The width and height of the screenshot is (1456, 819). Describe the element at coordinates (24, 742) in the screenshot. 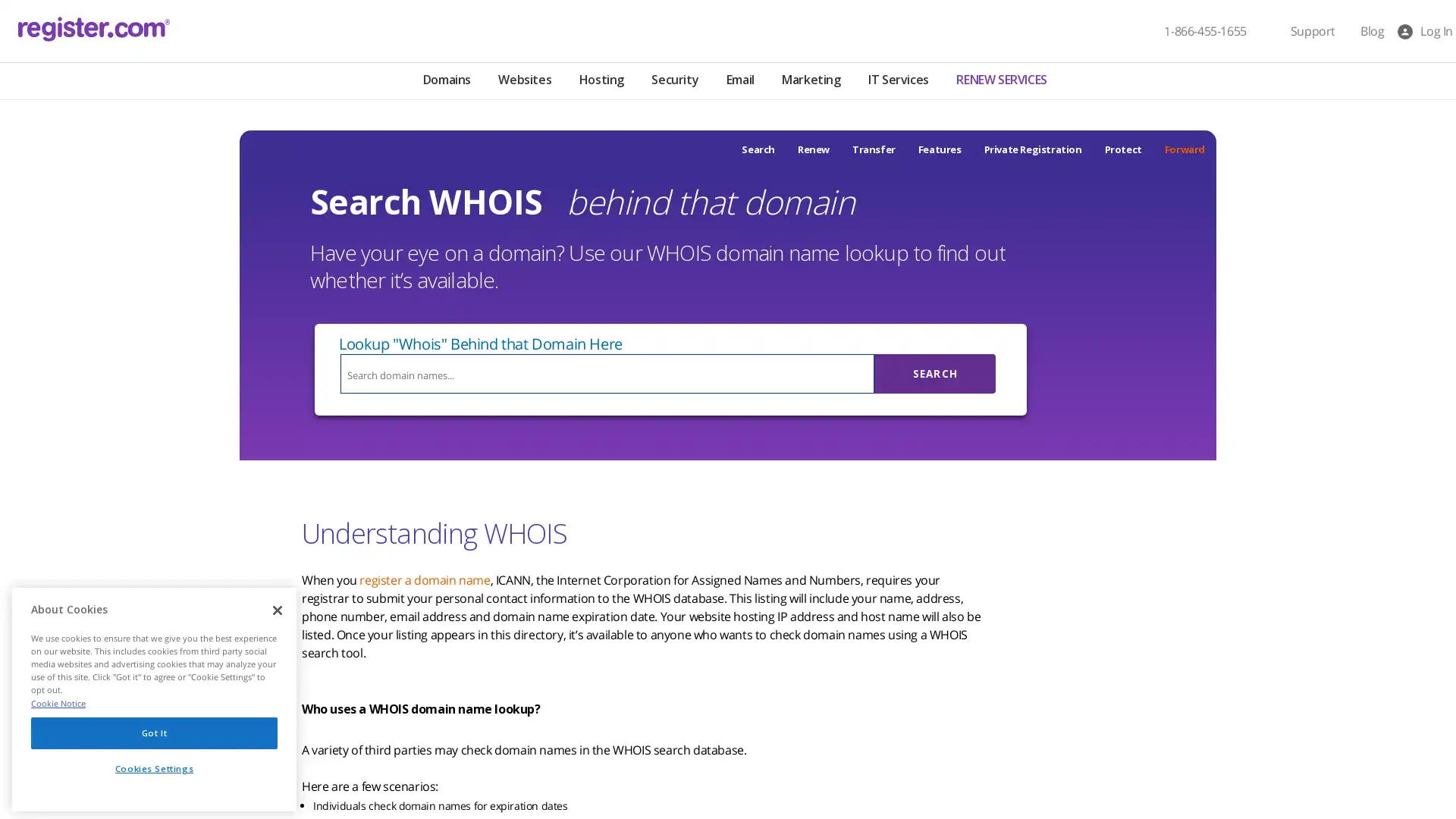

I see `Explore your accessibility options` at that location.